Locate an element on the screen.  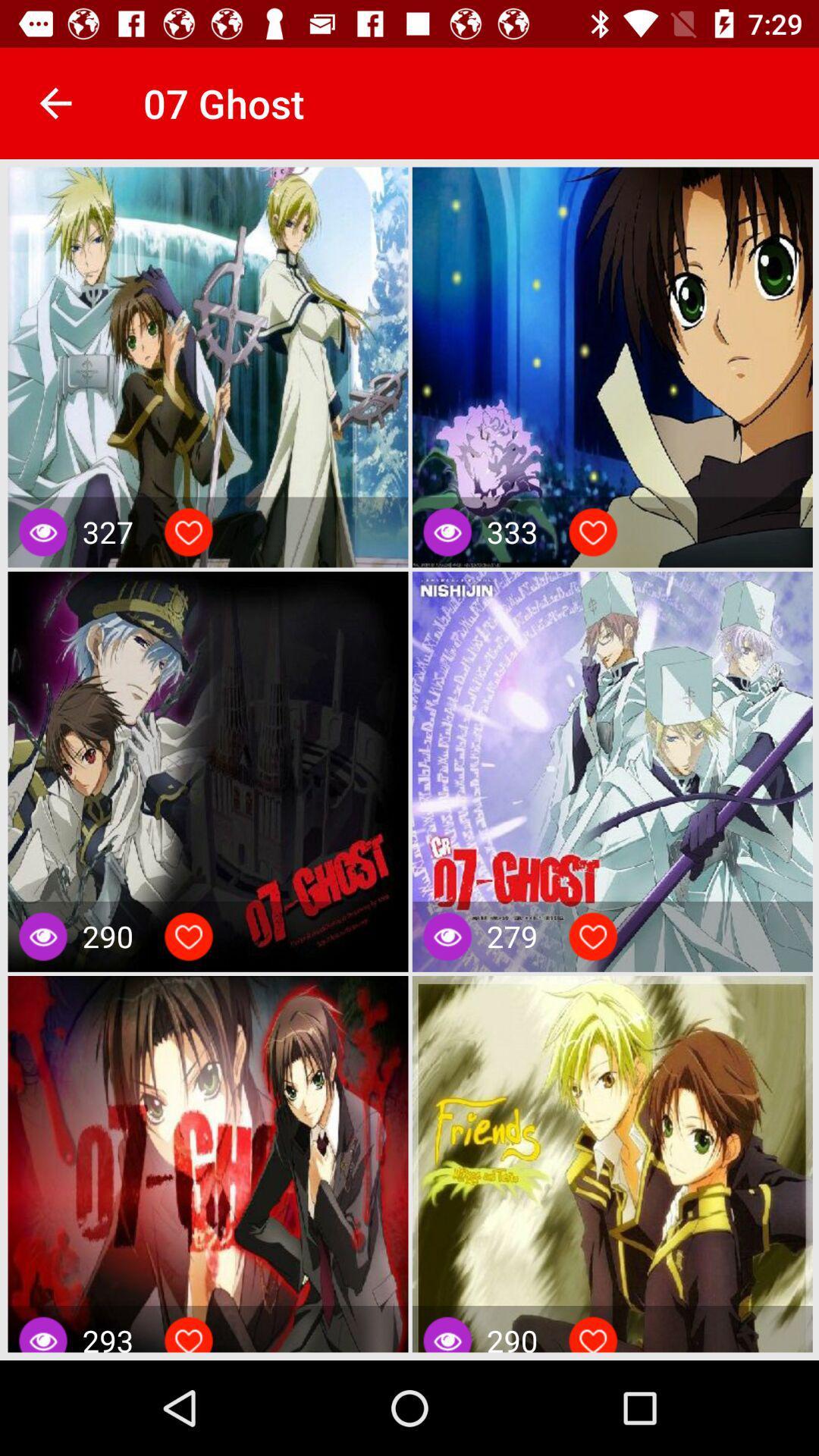
the image is located at coordinates (592, 936).